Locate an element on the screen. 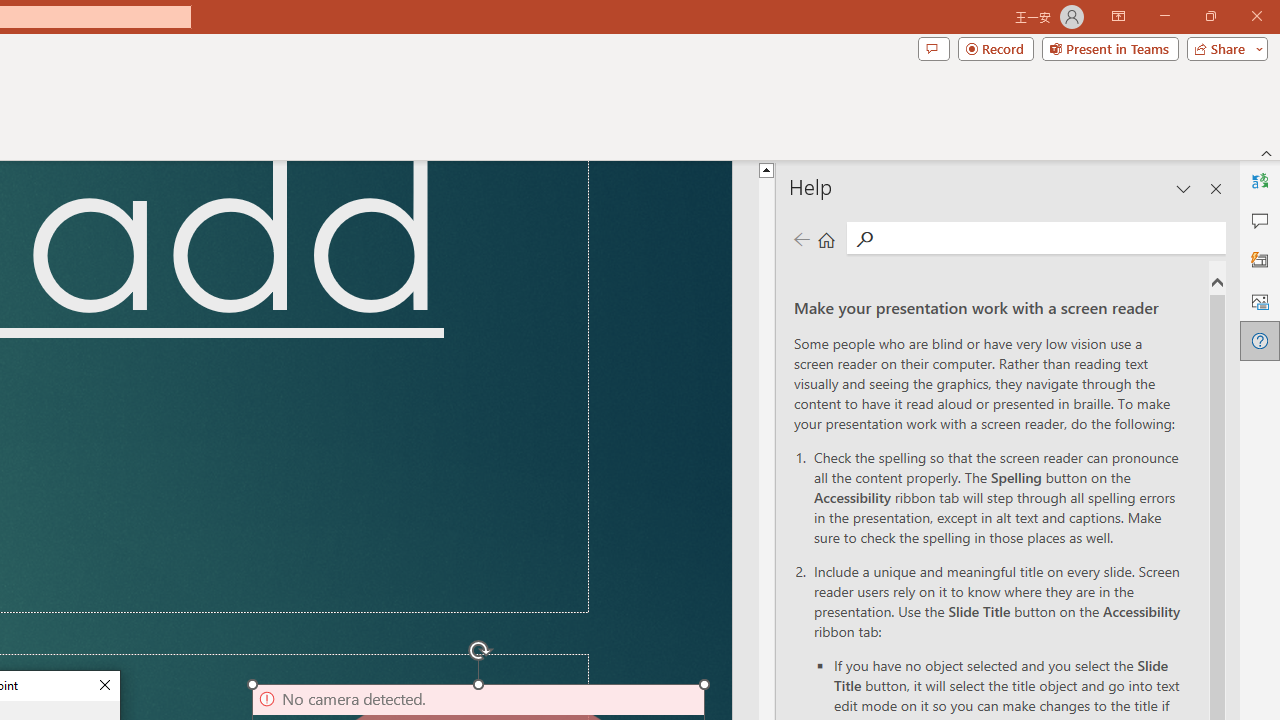  'Restore Down' is located at coordinates (1172, 32).